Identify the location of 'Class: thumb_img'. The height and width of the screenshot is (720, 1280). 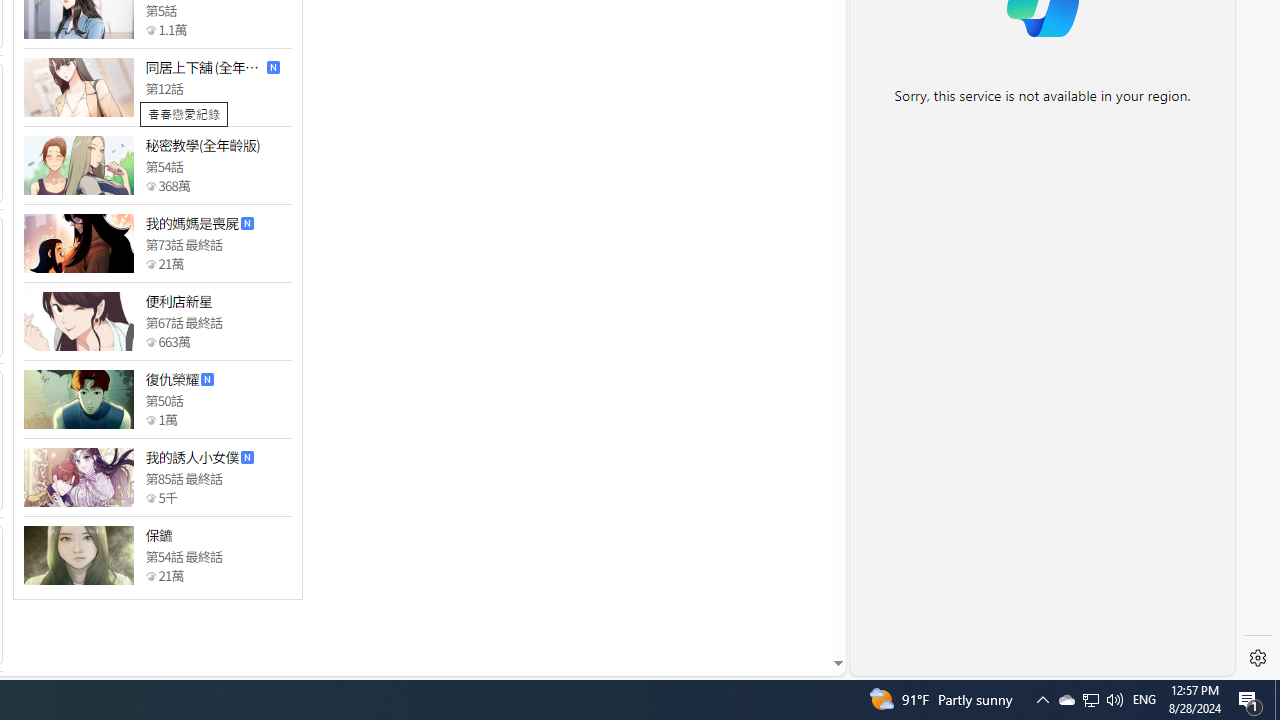
(78, 555).